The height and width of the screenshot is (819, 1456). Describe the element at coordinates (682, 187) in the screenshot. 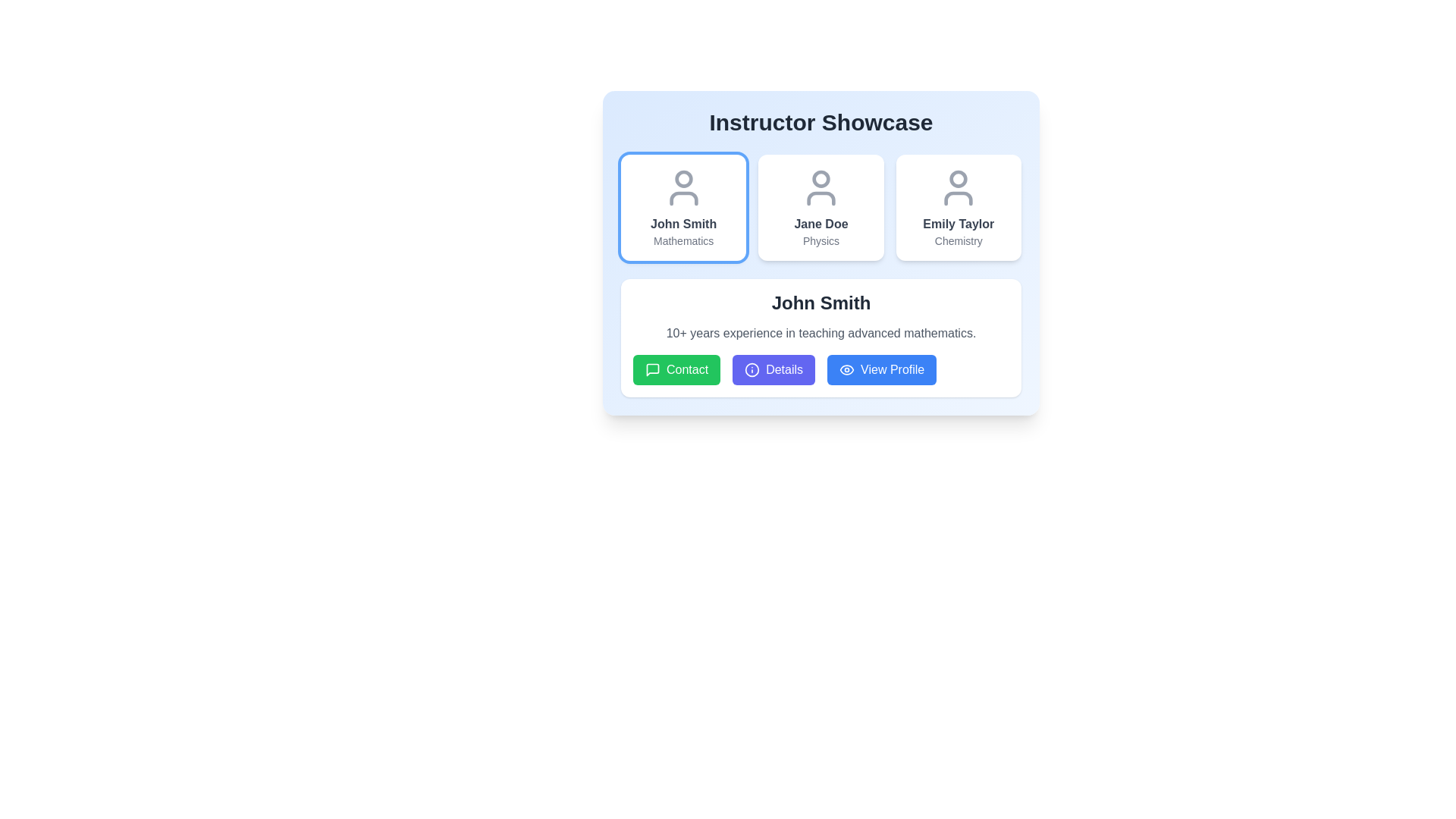

I see `the user profile icon representing 'John Smith' located at the center top of the profile card box under the 'Instructor Showcase' header` at that location.